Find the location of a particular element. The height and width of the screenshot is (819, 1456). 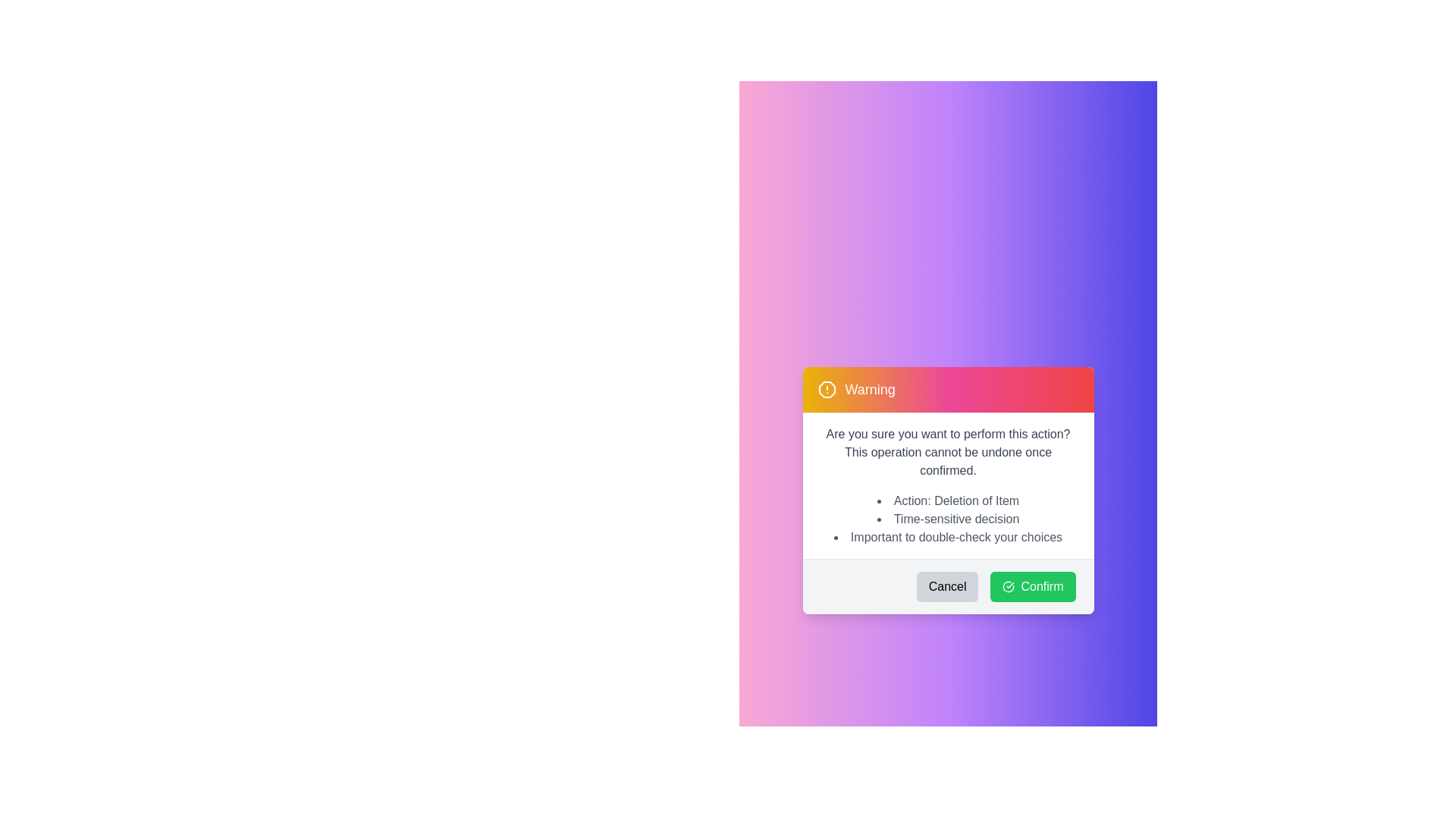

the first static list item labeled 'Action: Deletion of Item', which is styled in dark gray on a white background, located beneath the yellow header 'Warning' in the modal dialog is located at coordinates (947, 500).